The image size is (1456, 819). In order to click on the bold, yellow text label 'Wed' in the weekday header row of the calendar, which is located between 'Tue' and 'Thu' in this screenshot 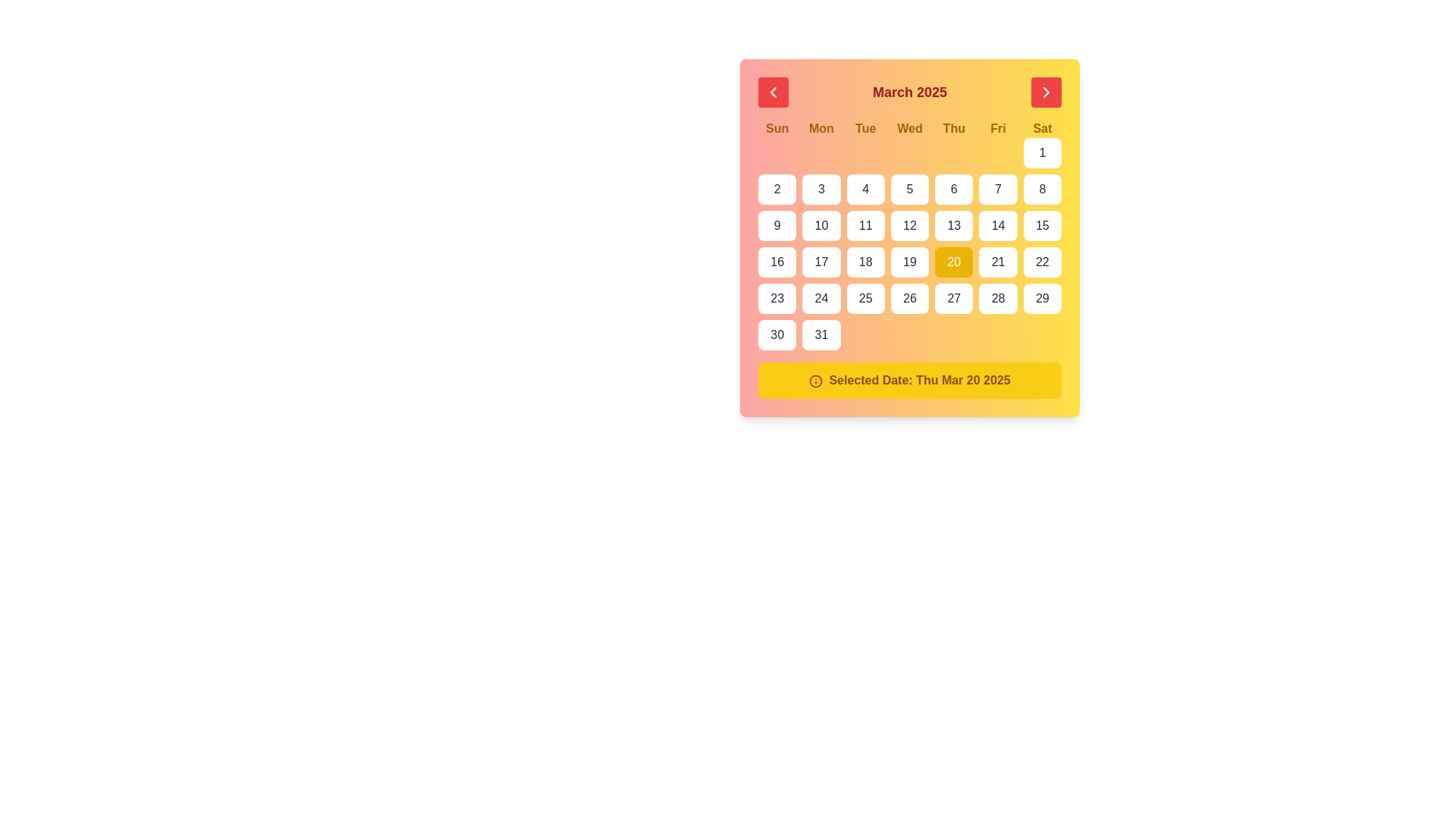, I will do `click(910, 127)`.